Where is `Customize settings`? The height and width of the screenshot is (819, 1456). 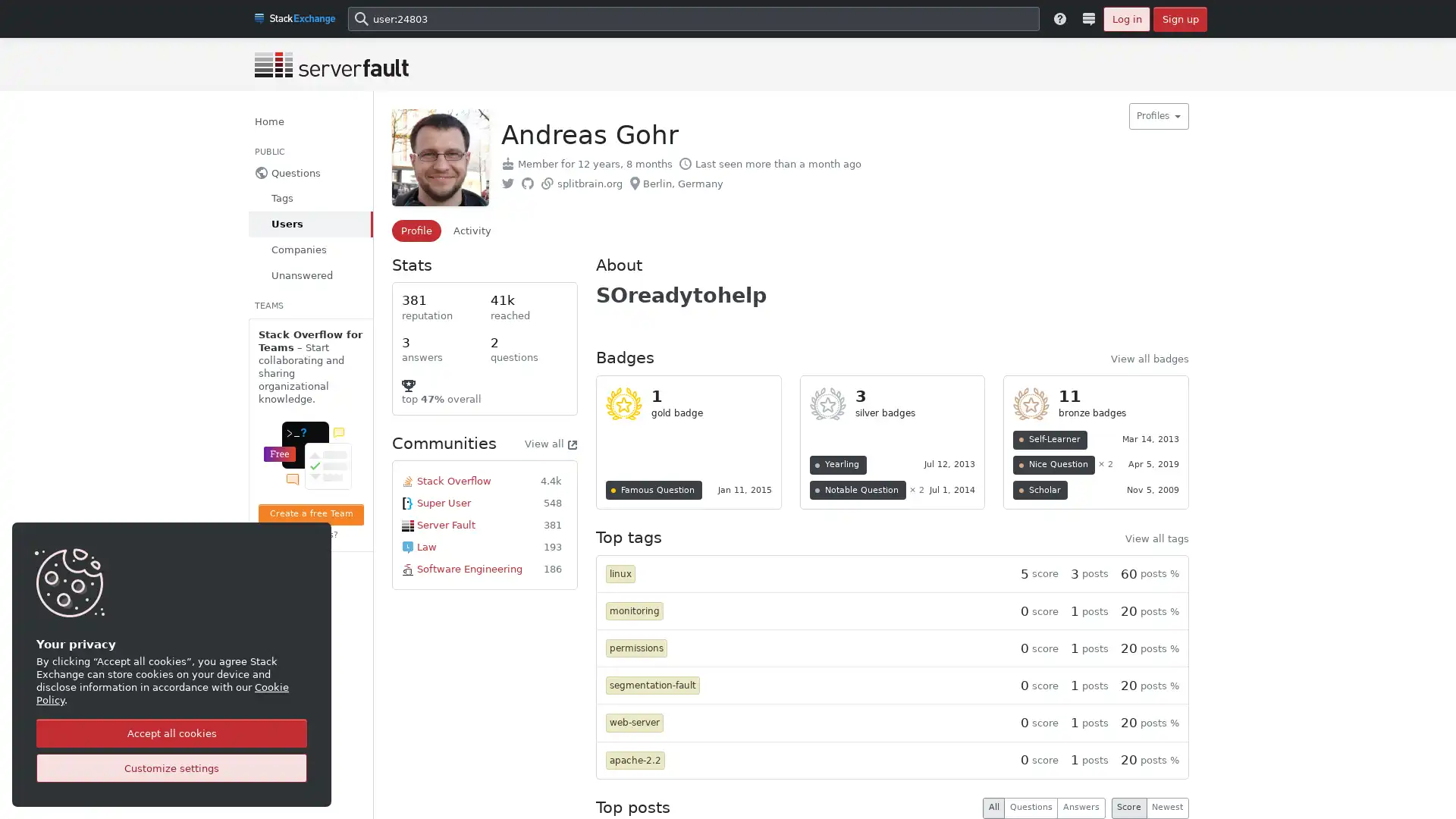
Customize settings is located at coordinates (171, 768).